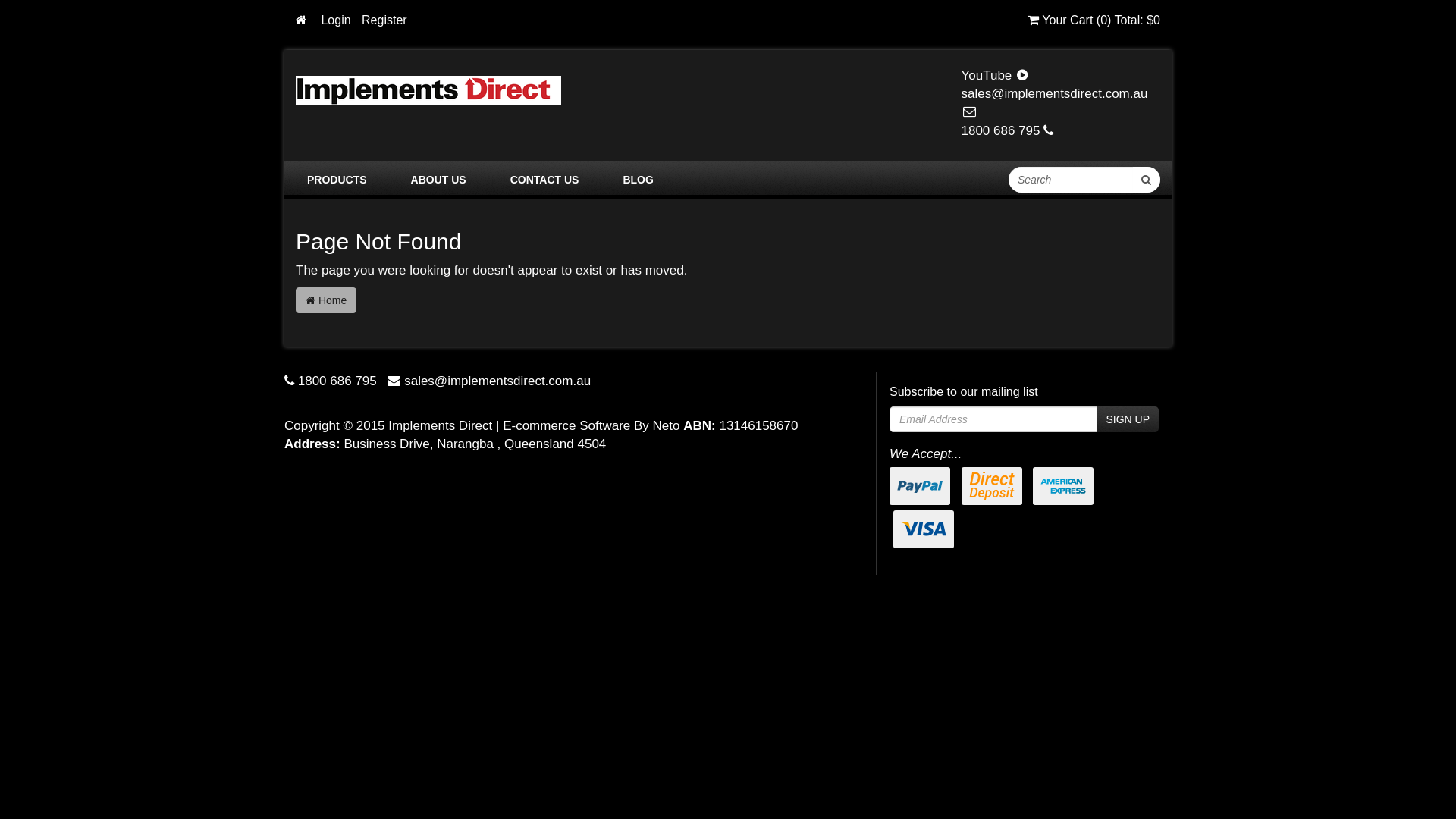 The height and width of the screenshot is (819, 1456). Describe the element at coordinates (1054, 102) in the screenshot. I see `'sales@implementsdirect.com.au'` at that location.